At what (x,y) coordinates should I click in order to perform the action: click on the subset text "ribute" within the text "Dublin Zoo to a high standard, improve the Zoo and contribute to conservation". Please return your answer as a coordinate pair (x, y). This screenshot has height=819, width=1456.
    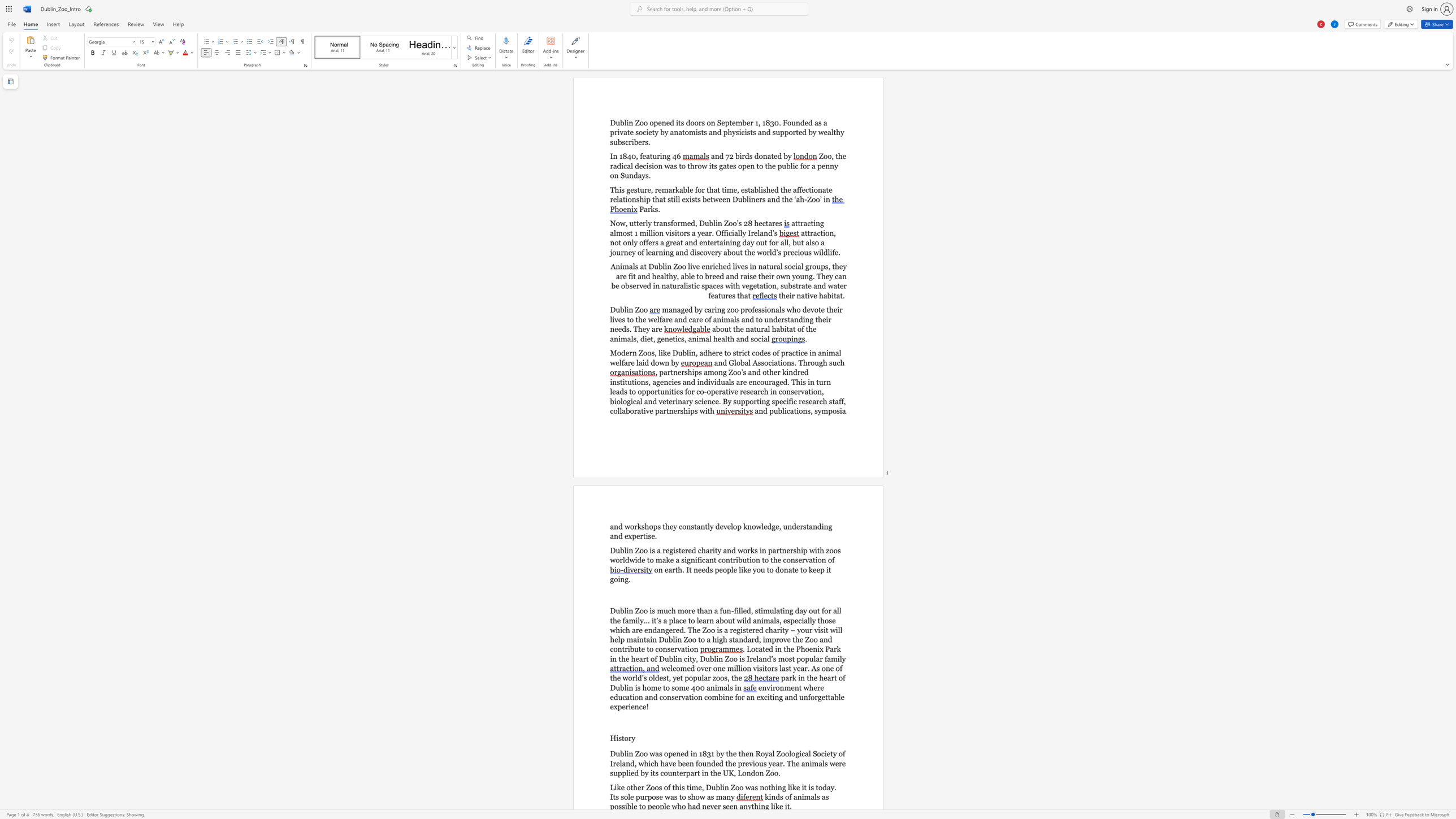
    Looking at the image, I should click on (624, 649).